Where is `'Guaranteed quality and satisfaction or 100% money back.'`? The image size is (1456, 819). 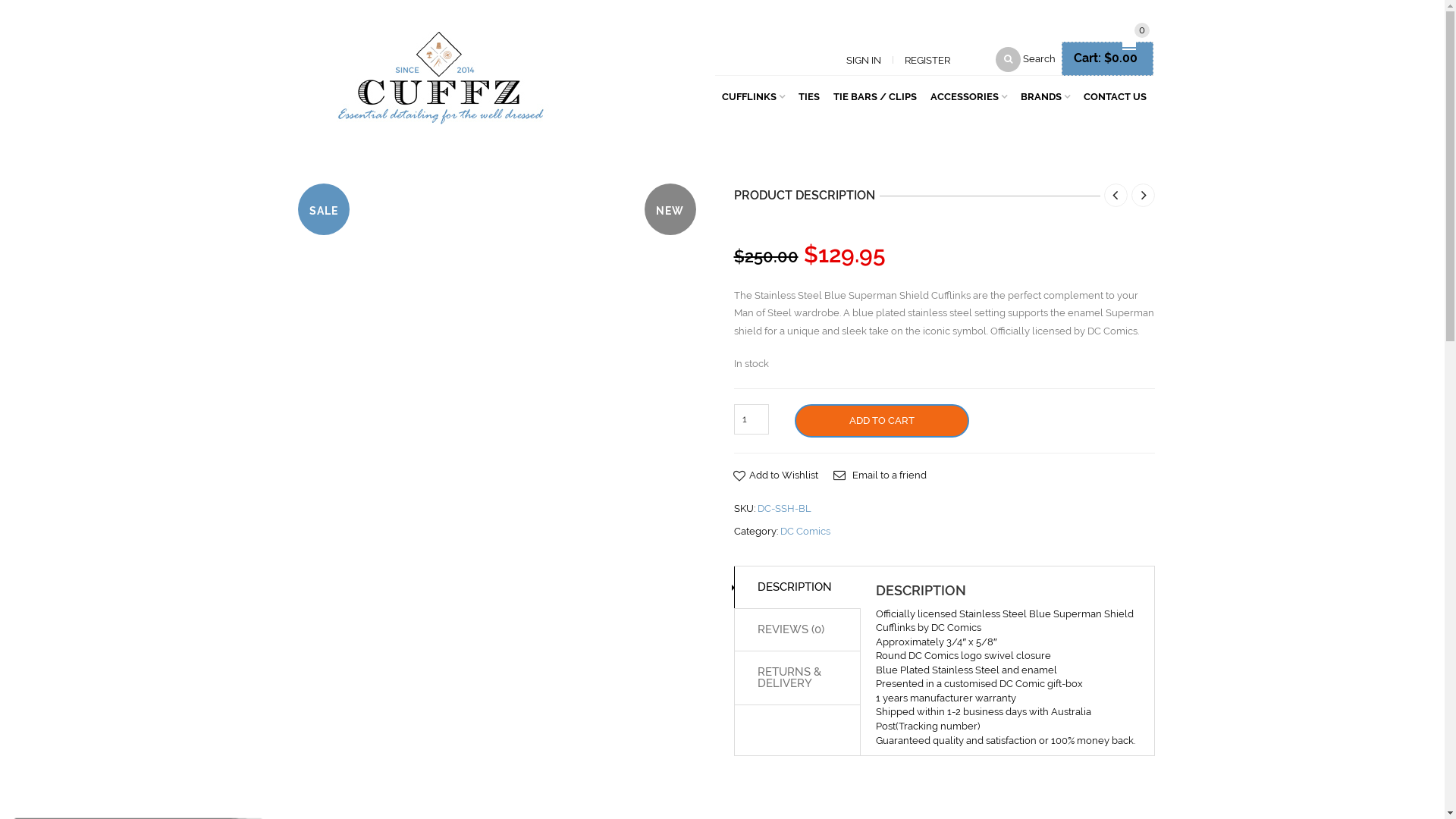 'Guaranteed quality and satisfaction or 100% money back.' is located at coordinates (1005, 739).